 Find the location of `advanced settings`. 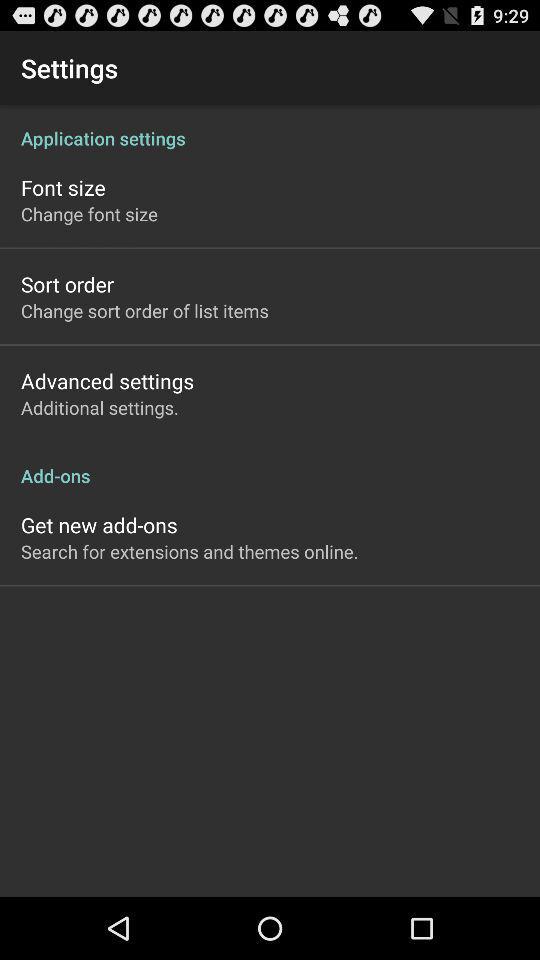

advanced settings is located at coordinates (107, 380).